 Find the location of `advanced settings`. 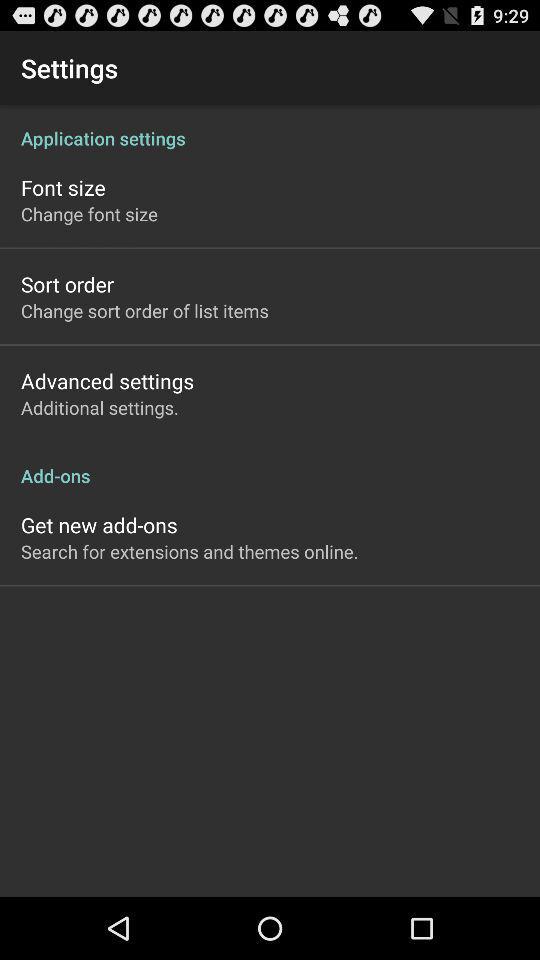

advanced settings is located at coordinates (107, 380).